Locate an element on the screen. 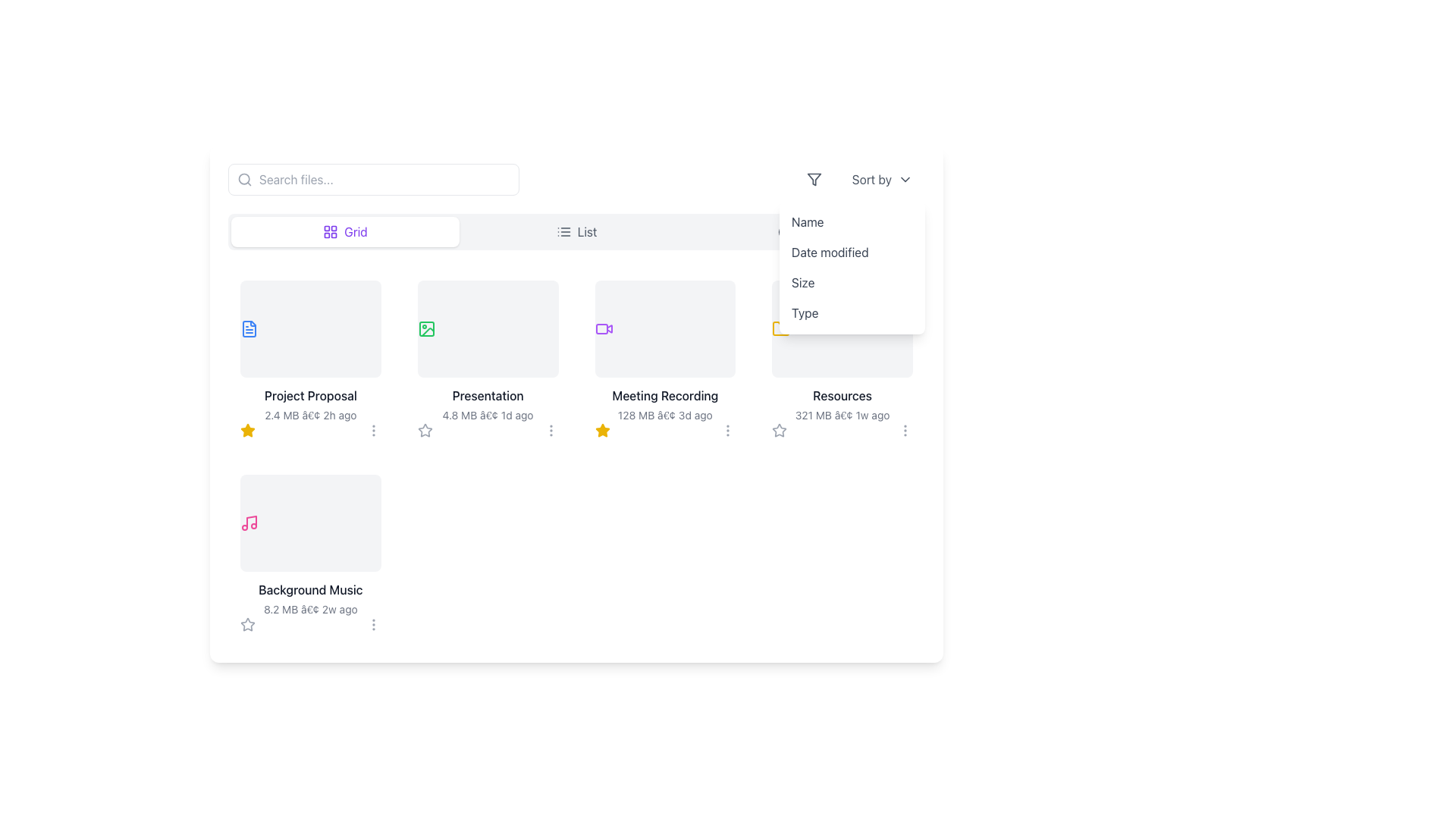  the folder-shaped icon with a yellow coloring that has a rounded rectangular appearance and a notch on the upper left corner, located at the top center of a card with a gray background is located at coordinates (781, 328).